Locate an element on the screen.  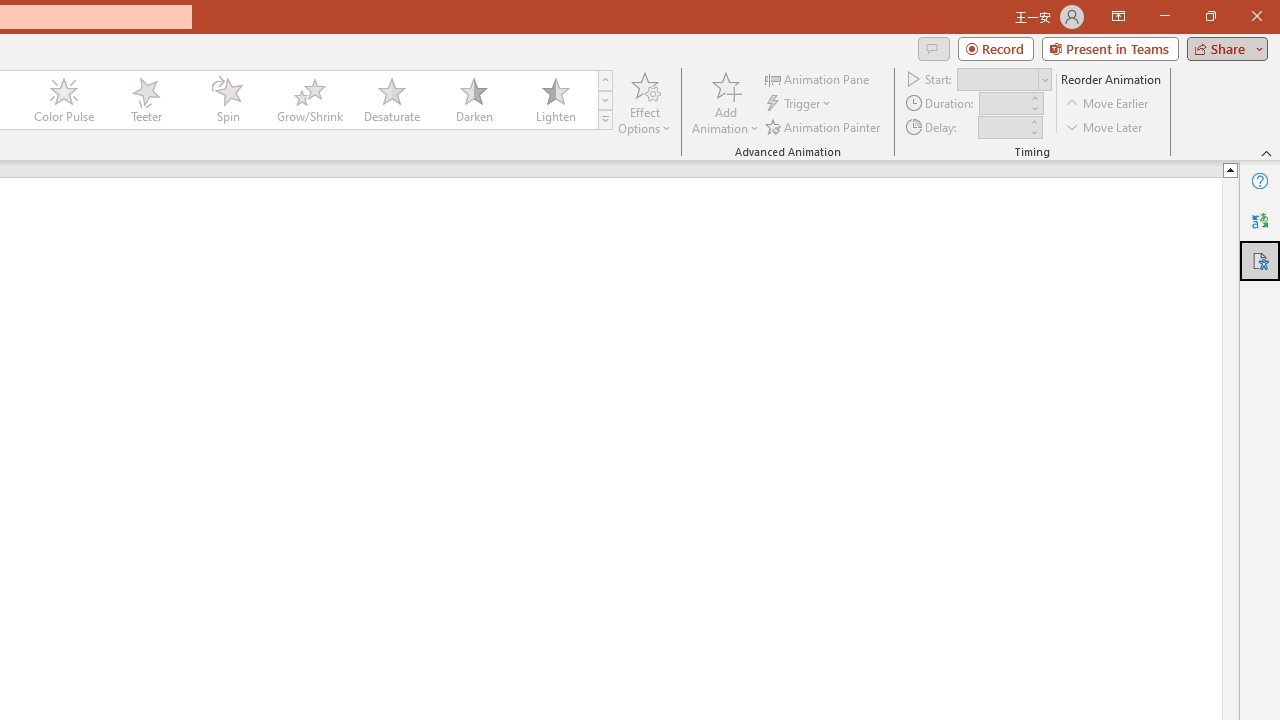
'Spin' is located at coordinates (227, 100).